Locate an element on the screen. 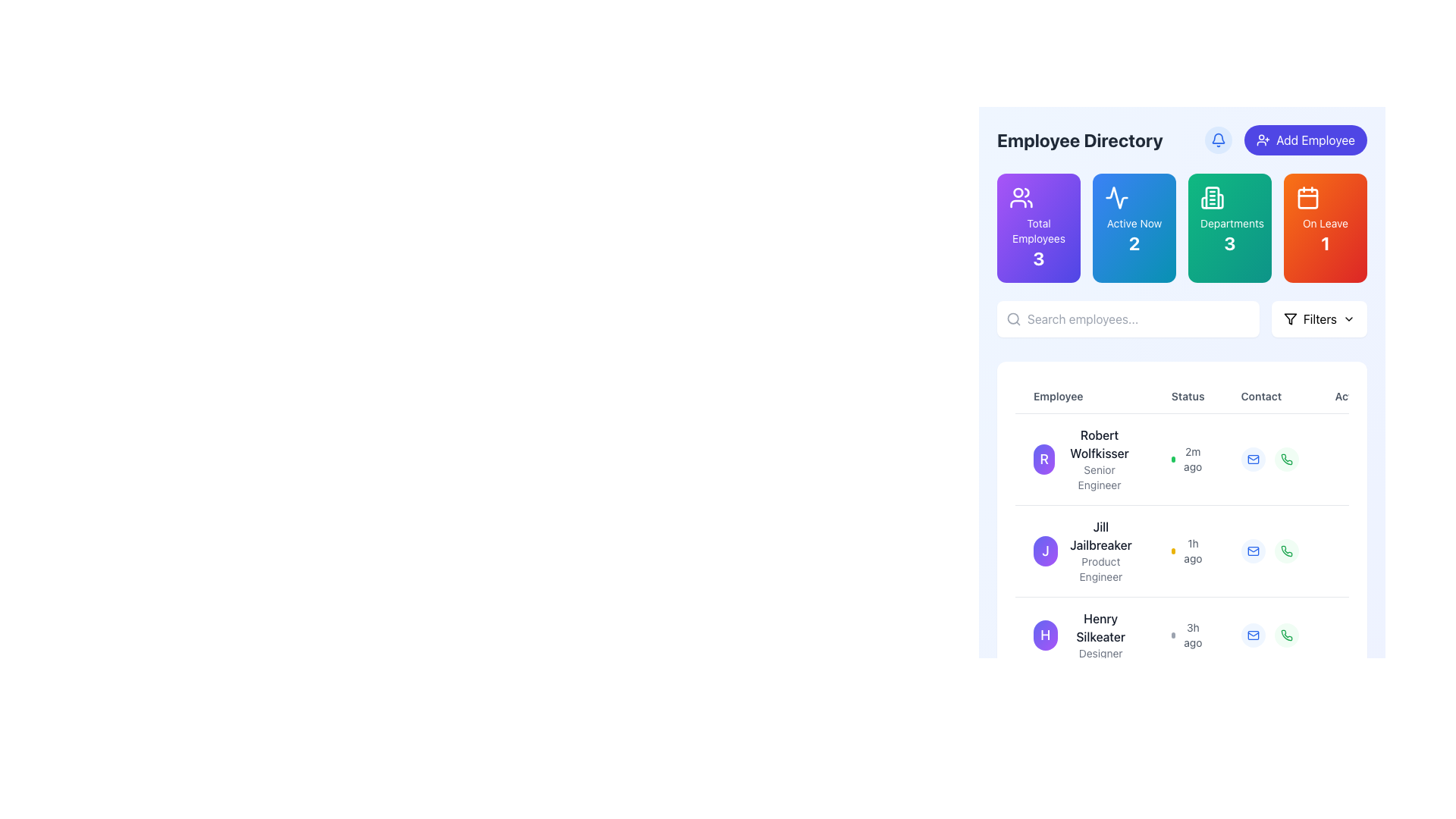  the email envelope icon located next to the contact section of the third employee entry is located at coordinates (1253, 635).